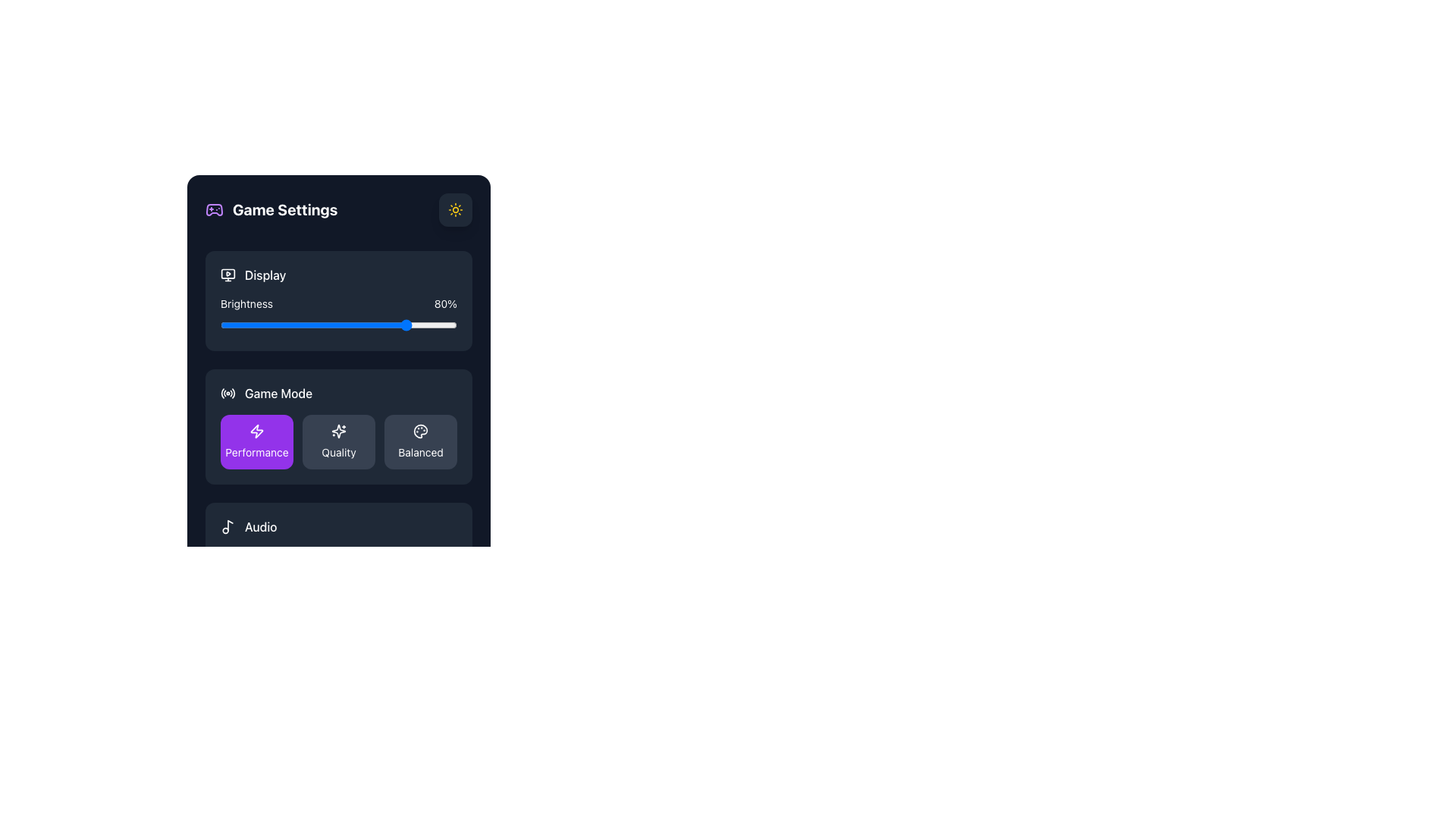 The image size is (1456, 819). Describe the element at coordinates (454, 210) in the screenshot. I see `the button with a rounded rectangular shape, dark gray background, and a yellow sun icon located` at that location.